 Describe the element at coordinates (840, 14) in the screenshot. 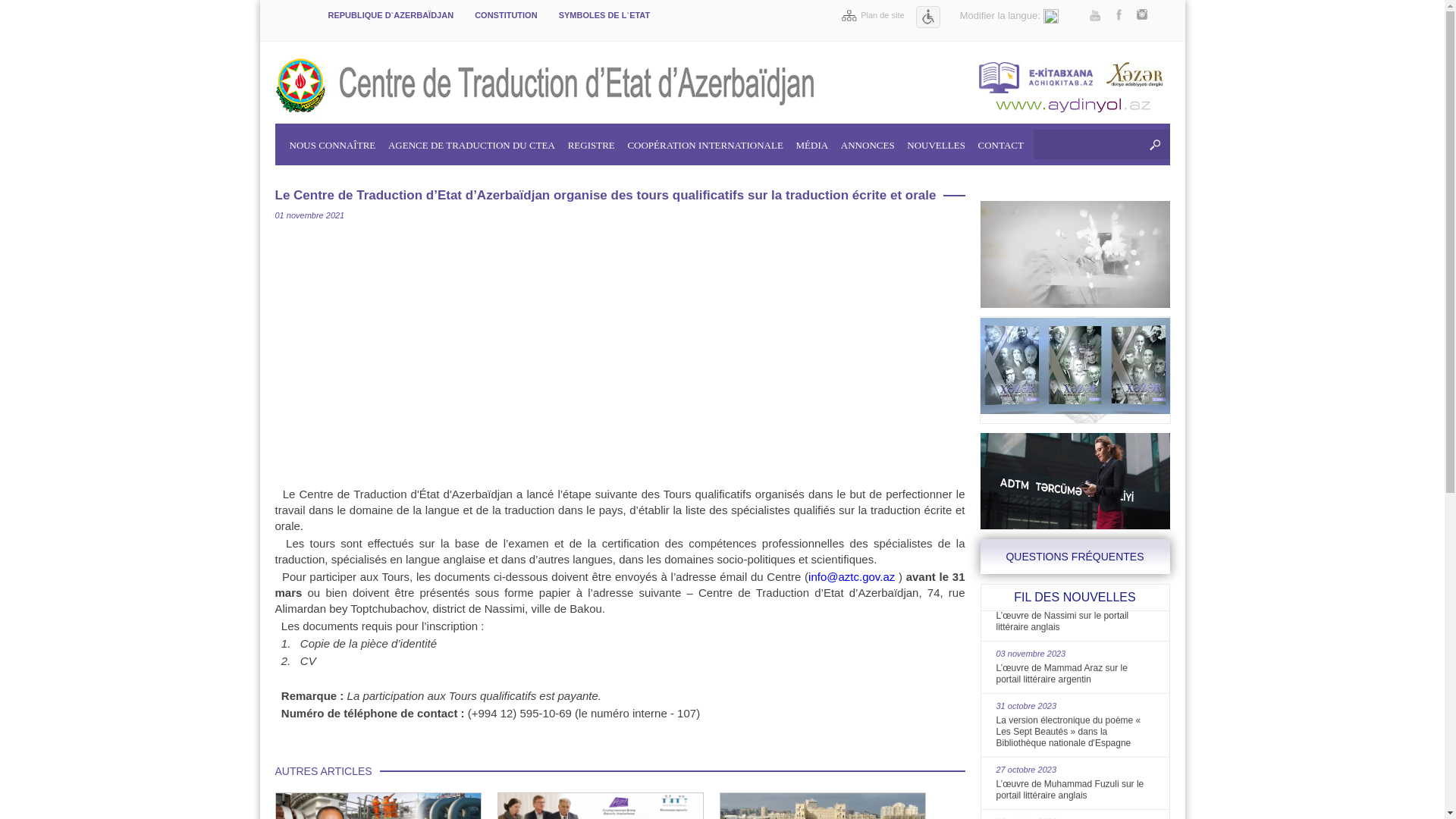

I see `'Plan de site'` at that location.